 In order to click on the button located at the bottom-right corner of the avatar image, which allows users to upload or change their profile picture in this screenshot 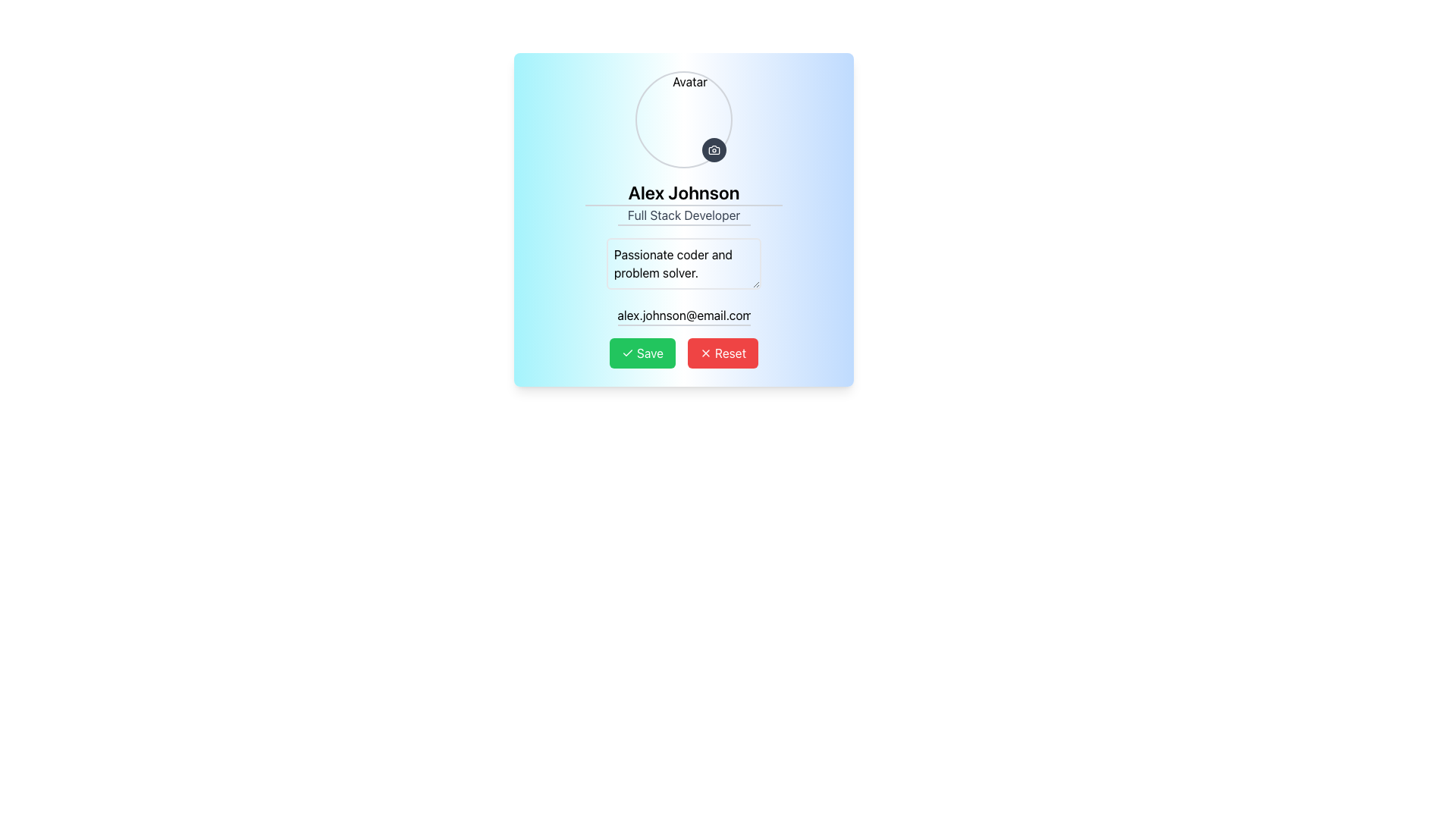, I will do `click(713, 149)`.